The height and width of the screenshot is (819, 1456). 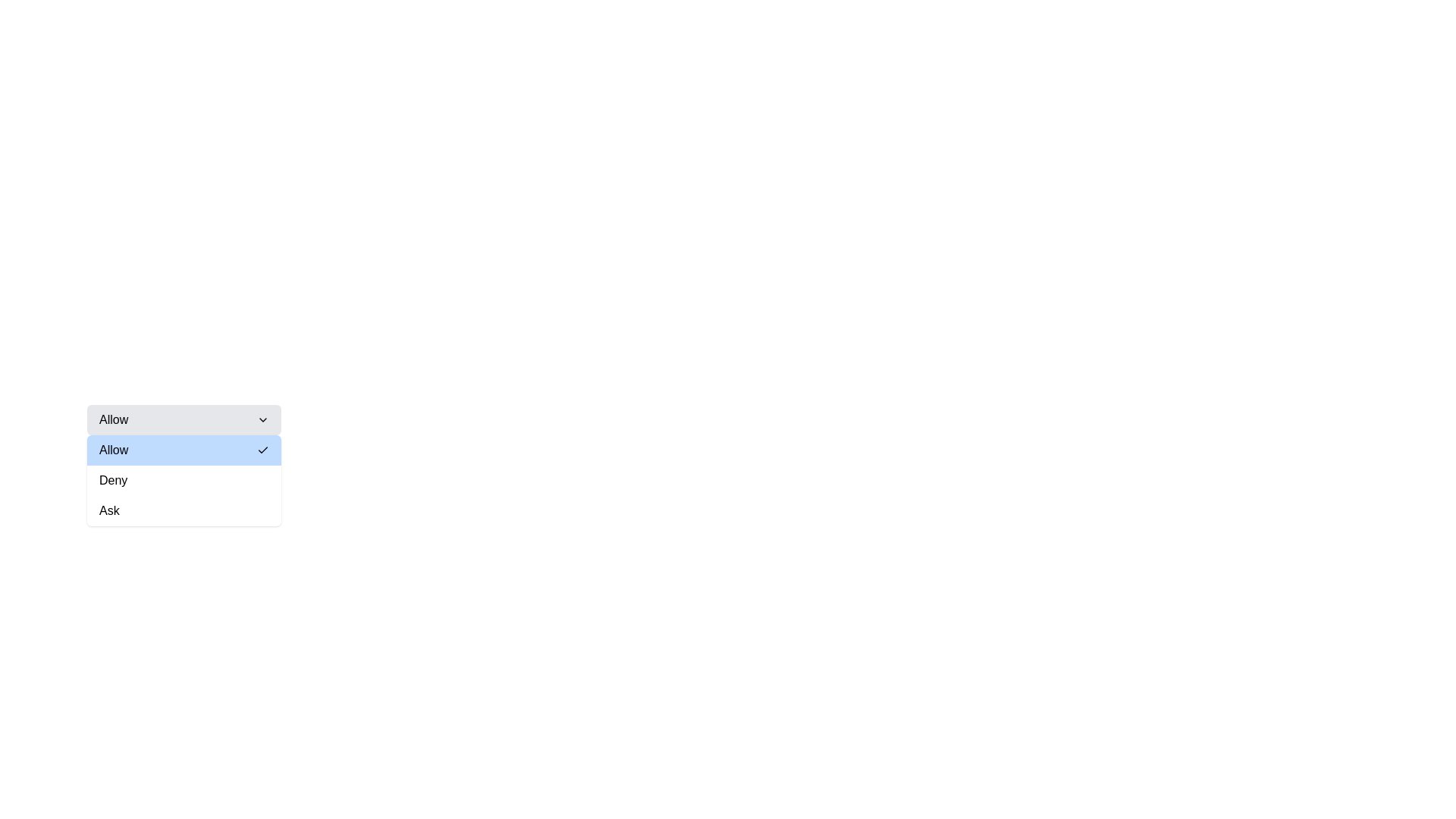 What do you see at coordinates (262, 420) in the screenshot?
I see `the downward-facing chevron icon located at the far right inside the 'Allow' dropdown button` at bounding box center [262, 420].